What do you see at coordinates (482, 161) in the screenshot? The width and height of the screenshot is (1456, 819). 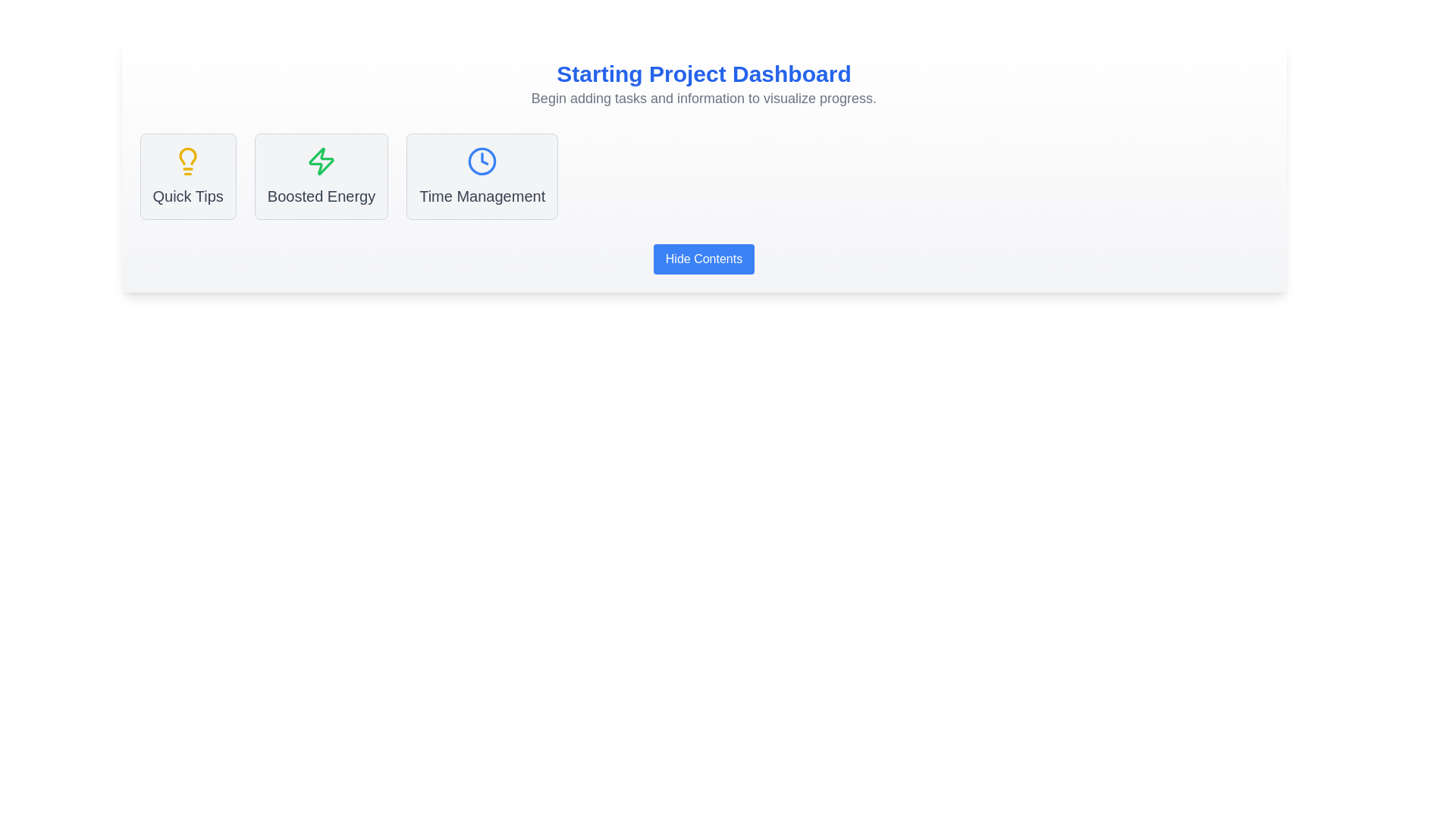 I see `the decorative icon representing time within the 'Time Management' box, which is centered in the layout's third column and positioned above the 'Time Management' text` at bounding box center [482, 161].